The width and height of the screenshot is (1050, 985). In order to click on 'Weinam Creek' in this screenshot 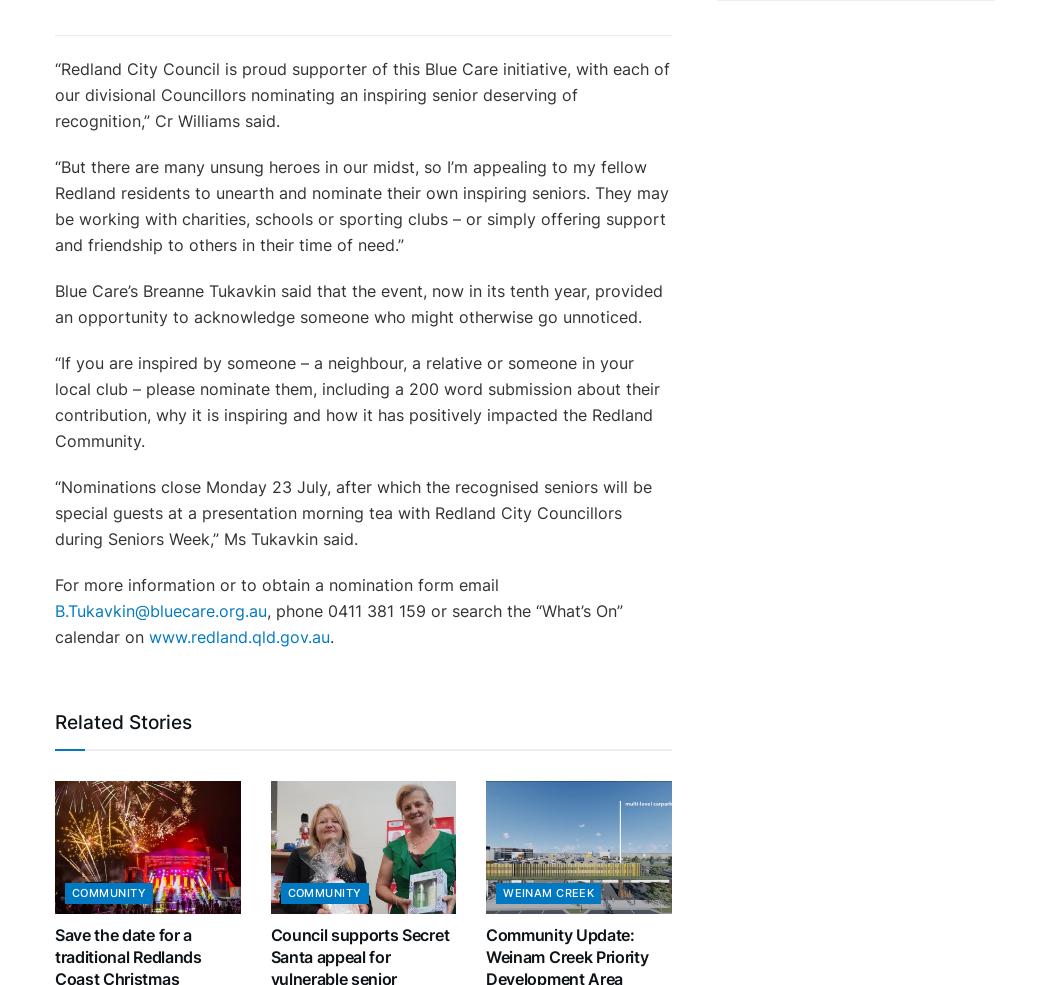, I will do `click(501, 892)`.